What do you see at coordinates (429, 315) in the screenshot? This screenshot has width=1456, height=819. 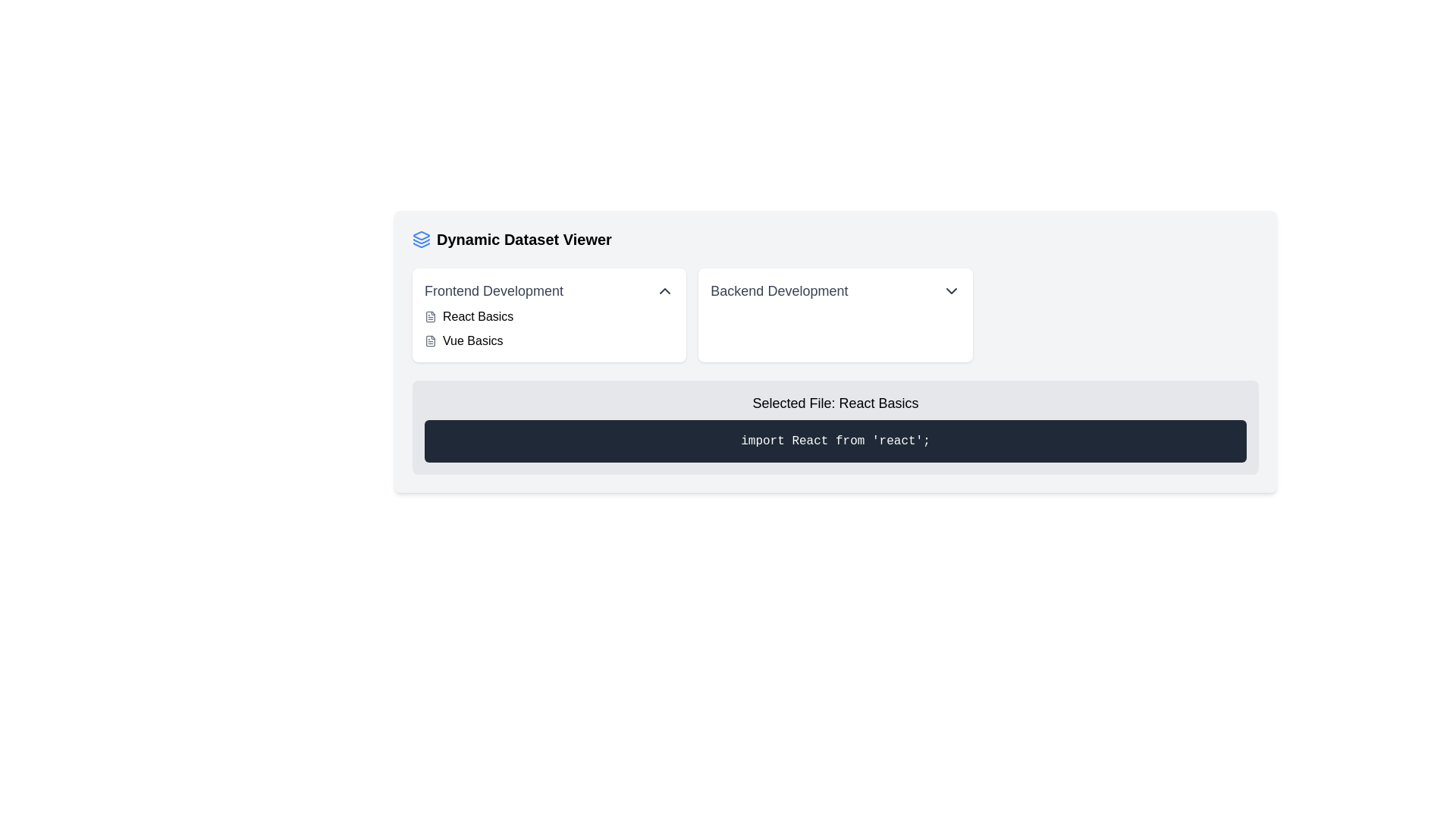 I see `the document icon that is styled in gray and located to the left of the text label 'React Basics' under the 'Frontend Development' category` at bounding box center [429, 315].